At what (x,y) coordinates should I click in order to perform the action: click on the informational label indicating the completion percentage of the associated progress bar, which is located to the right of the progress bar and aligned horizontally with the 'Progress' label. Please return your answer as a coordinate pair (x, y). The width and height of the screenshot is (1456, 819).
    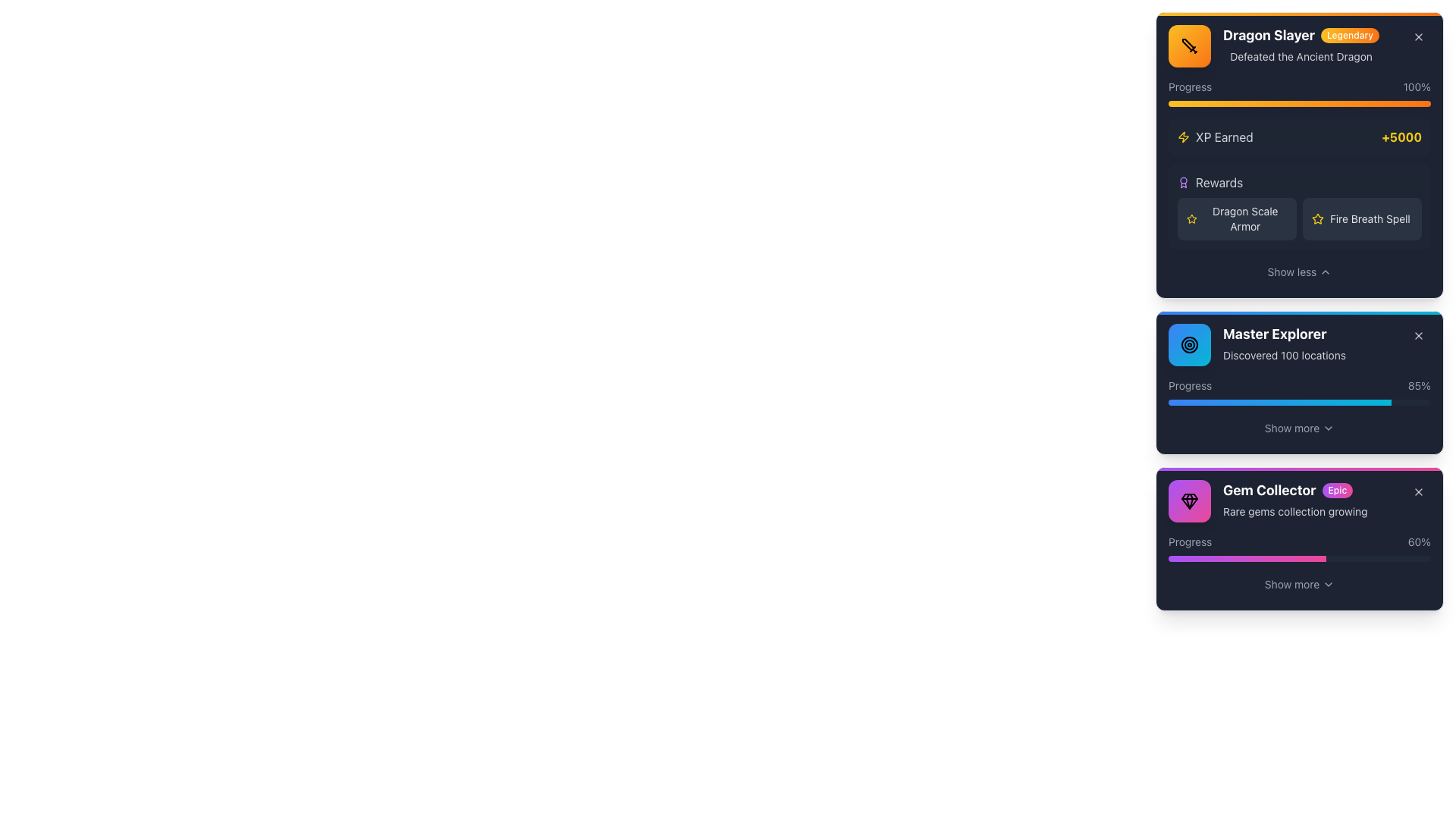
    Looking at the image, I should click on (1419, 385).